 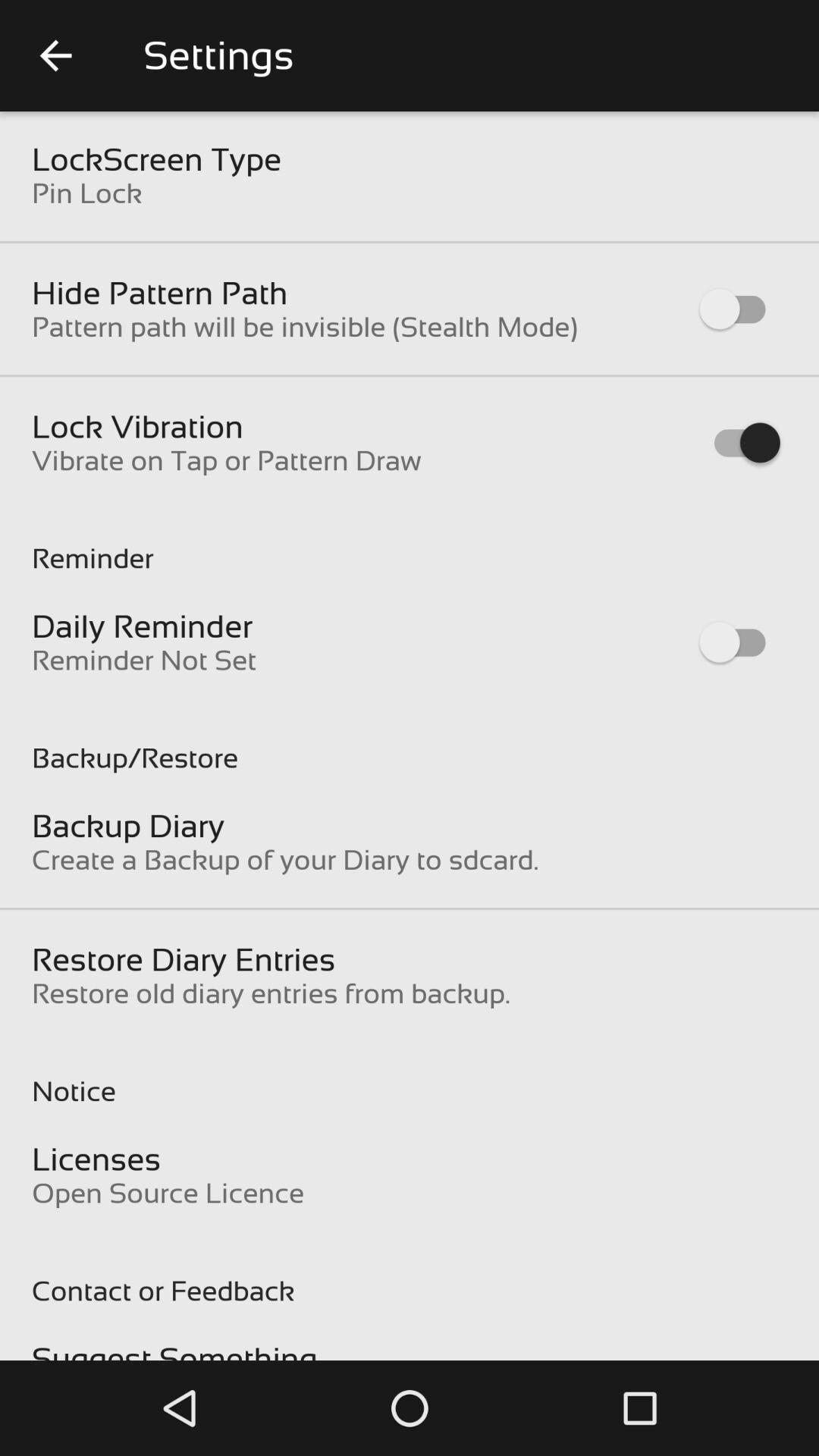 I want to click on open source licence item, so click(x=168, y=1192).